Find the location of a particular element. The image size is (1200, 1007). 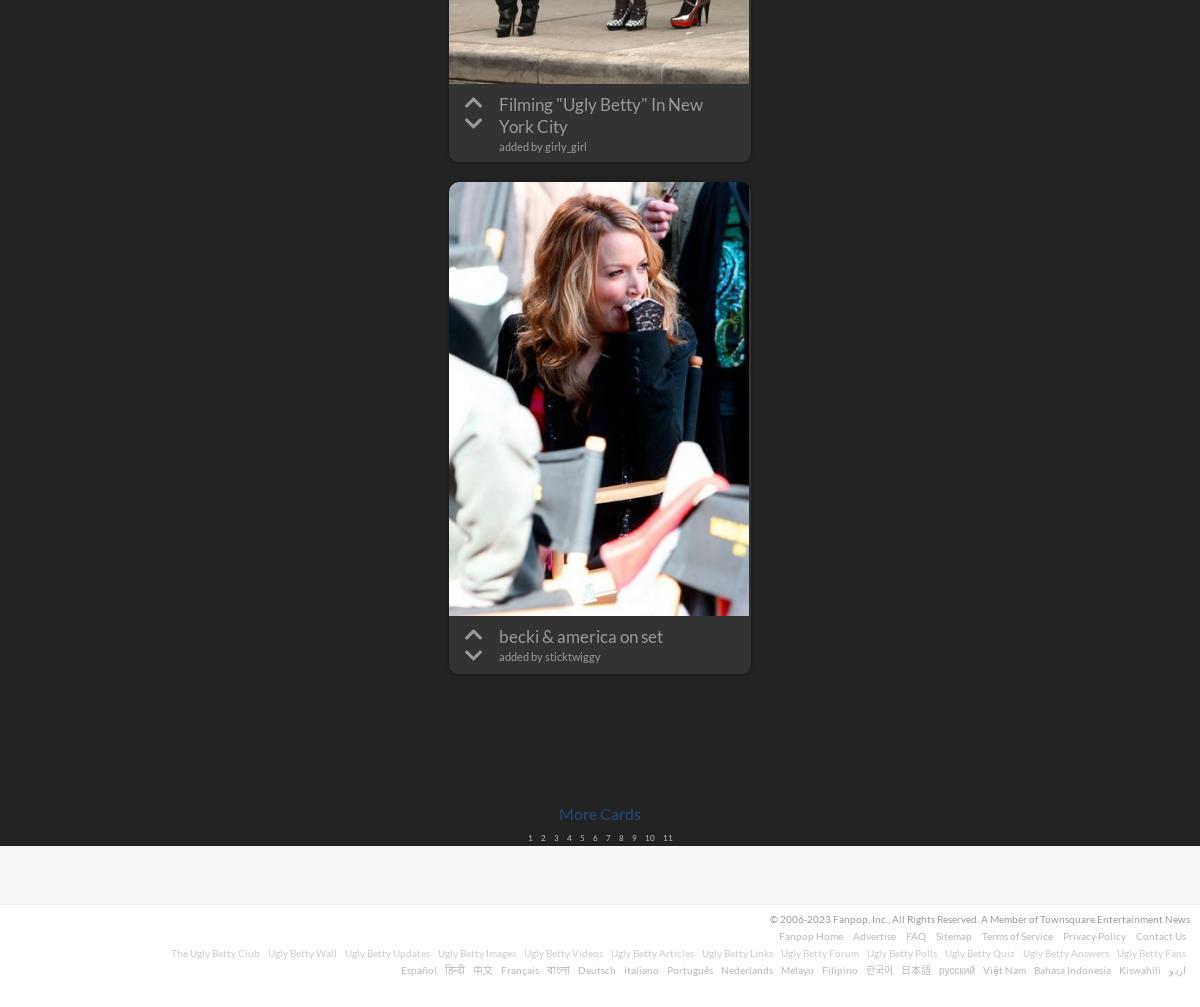

'Filipino' is located at coordinates (839, 969).